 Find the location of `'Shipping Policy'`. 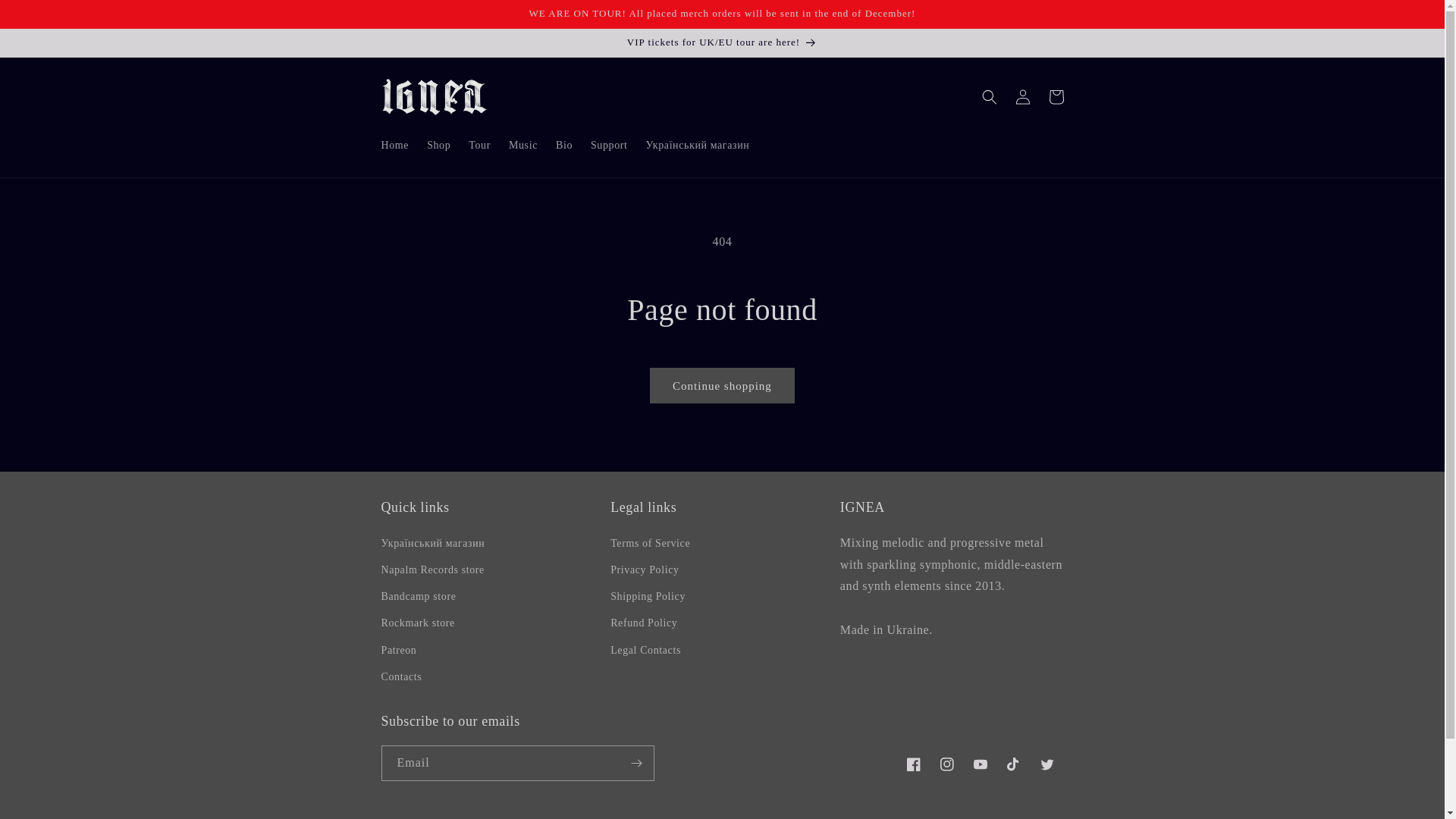

'Shipping Policy' is located at coordinates (648, 595).